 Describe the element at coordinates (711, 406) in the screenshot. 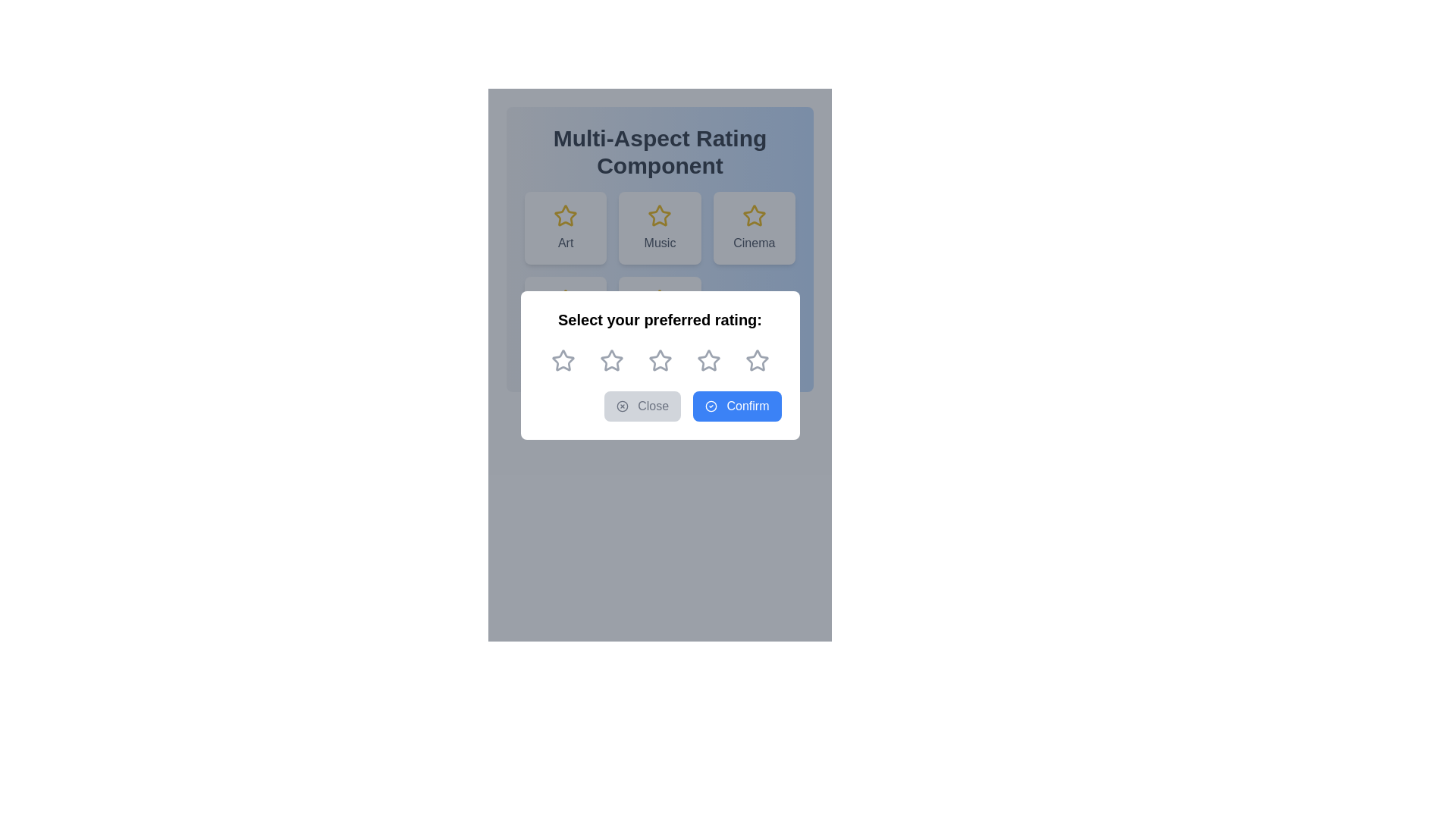

I see `the blue outlined circle icon with a checkmark located to the left of the 'Confirm' text within the button at the bottom-right corner of the modal dialog` at that location.